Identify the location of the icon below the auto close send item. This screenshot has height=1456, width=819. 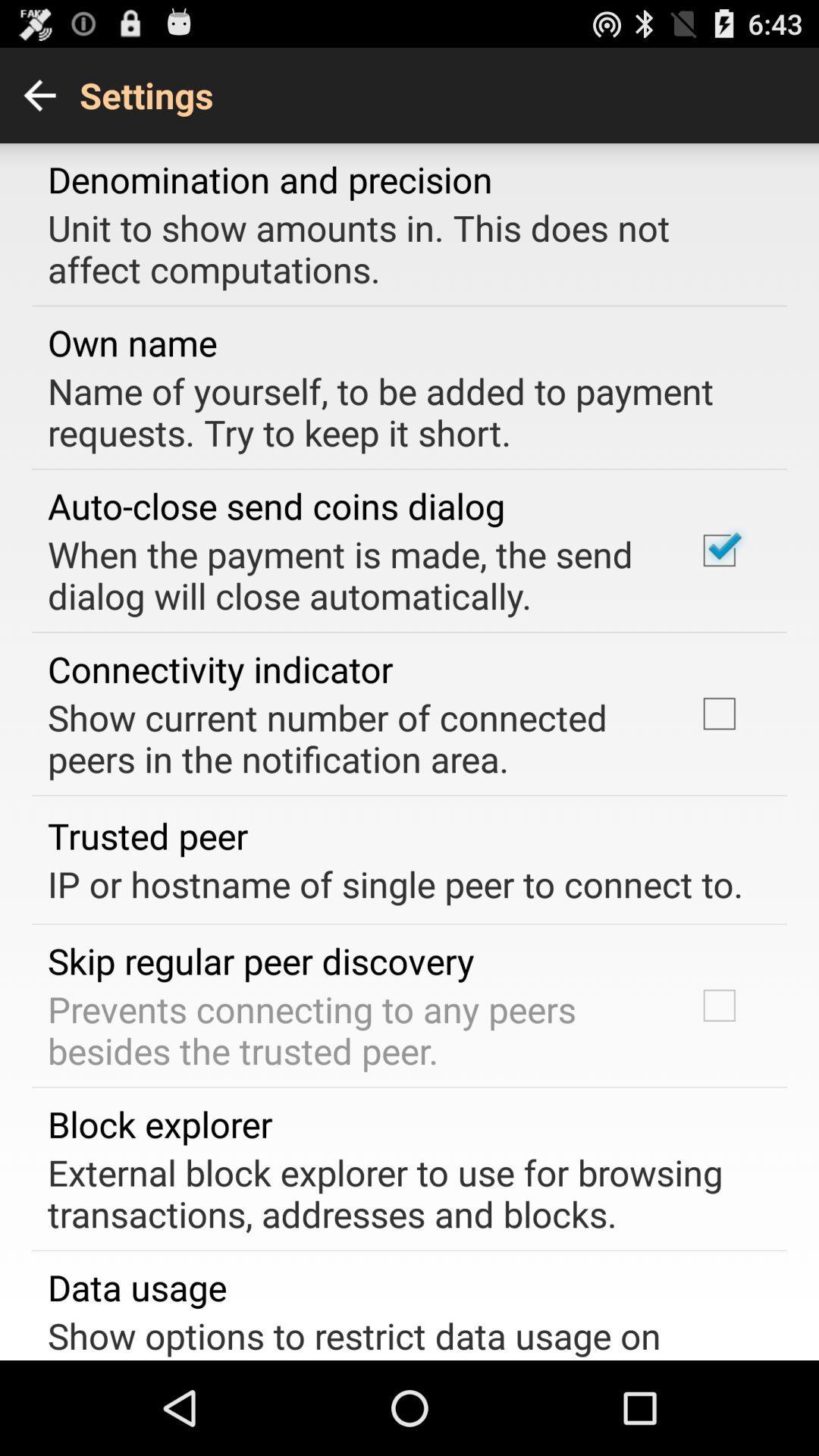
(351, 574).